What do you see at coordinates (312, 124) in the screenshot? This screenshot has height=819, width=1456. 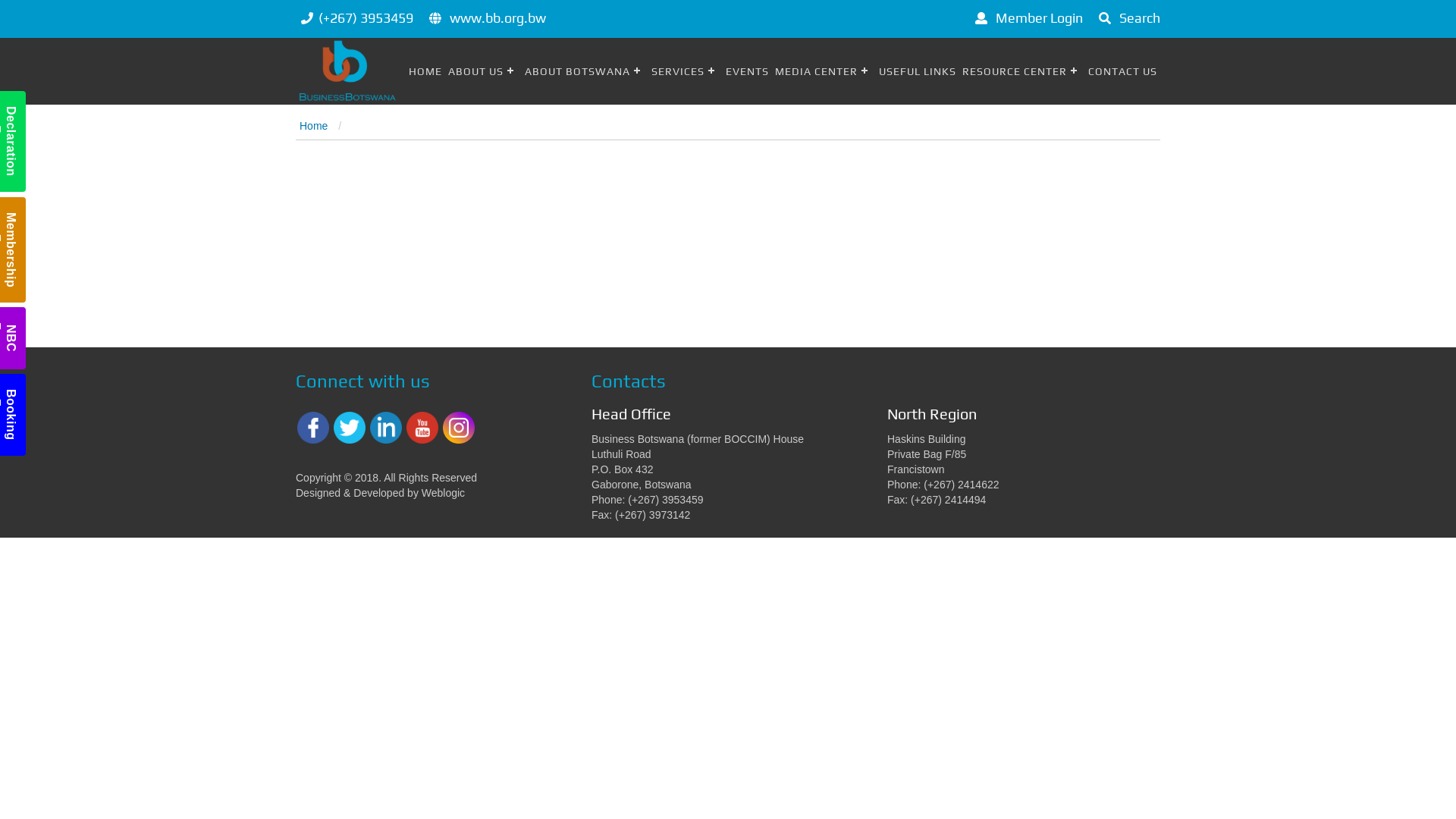 I see `'Home'` at bounding box center [312, 124].